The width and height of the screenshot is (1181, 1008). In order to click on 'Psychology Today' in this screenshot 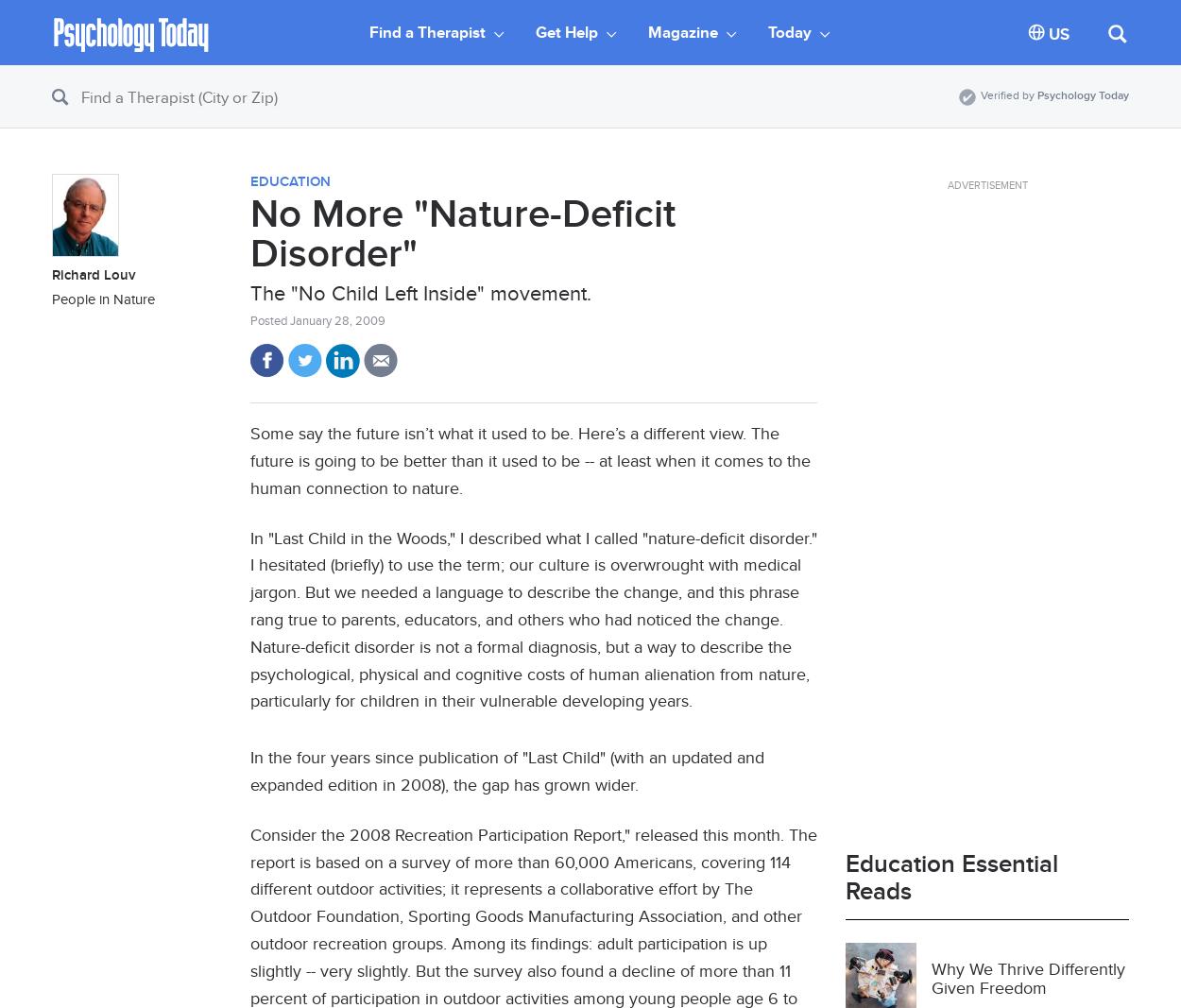, I will do `click(1083, 94)`.